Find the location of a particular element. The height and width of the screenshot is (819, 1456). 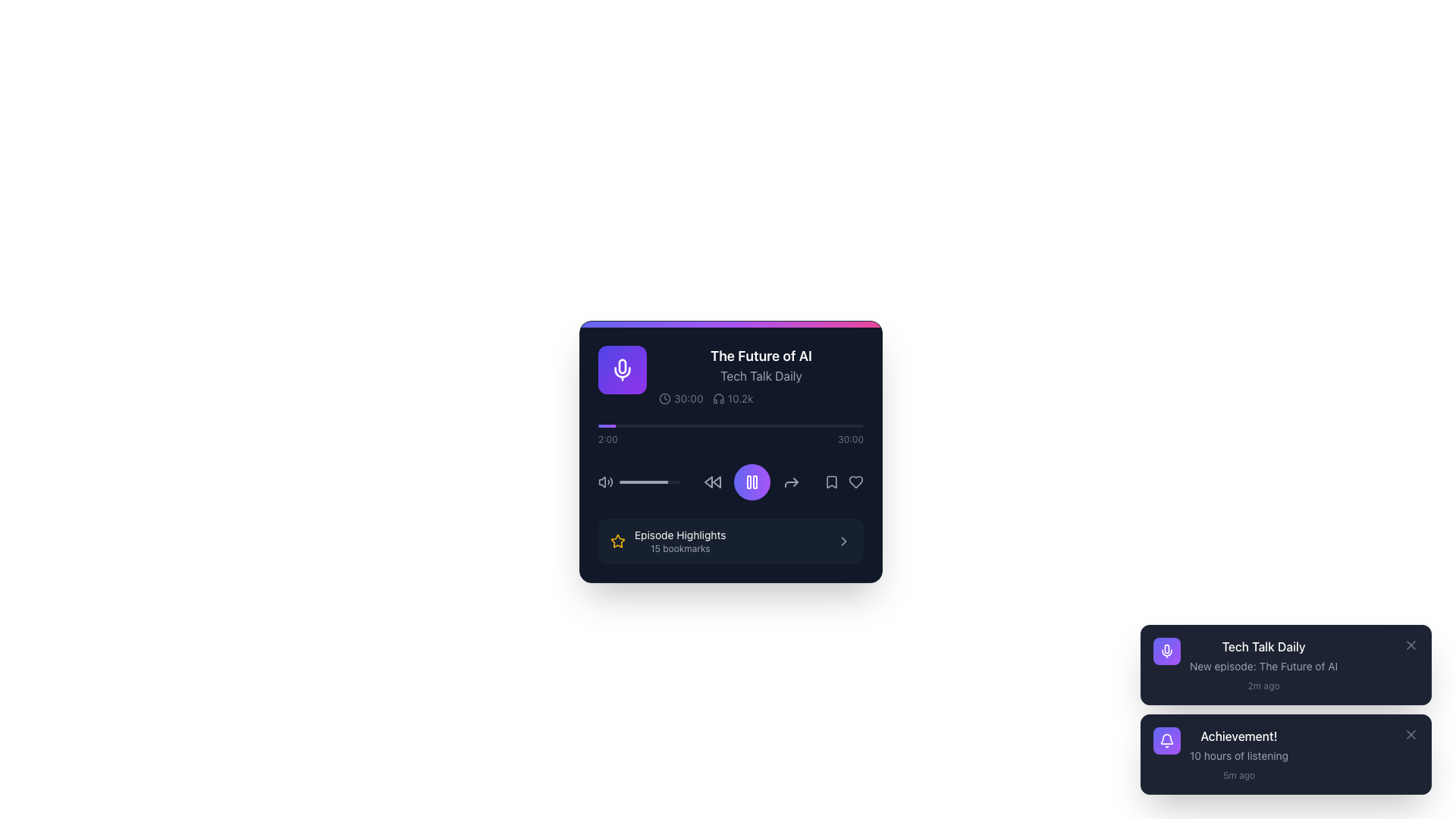

the 'Episode Highlights' text label which is displayed in white with a subheading '15 bookmarks' below it, located in the lower part of the audio player interface card is located at coordinates (679, 540).